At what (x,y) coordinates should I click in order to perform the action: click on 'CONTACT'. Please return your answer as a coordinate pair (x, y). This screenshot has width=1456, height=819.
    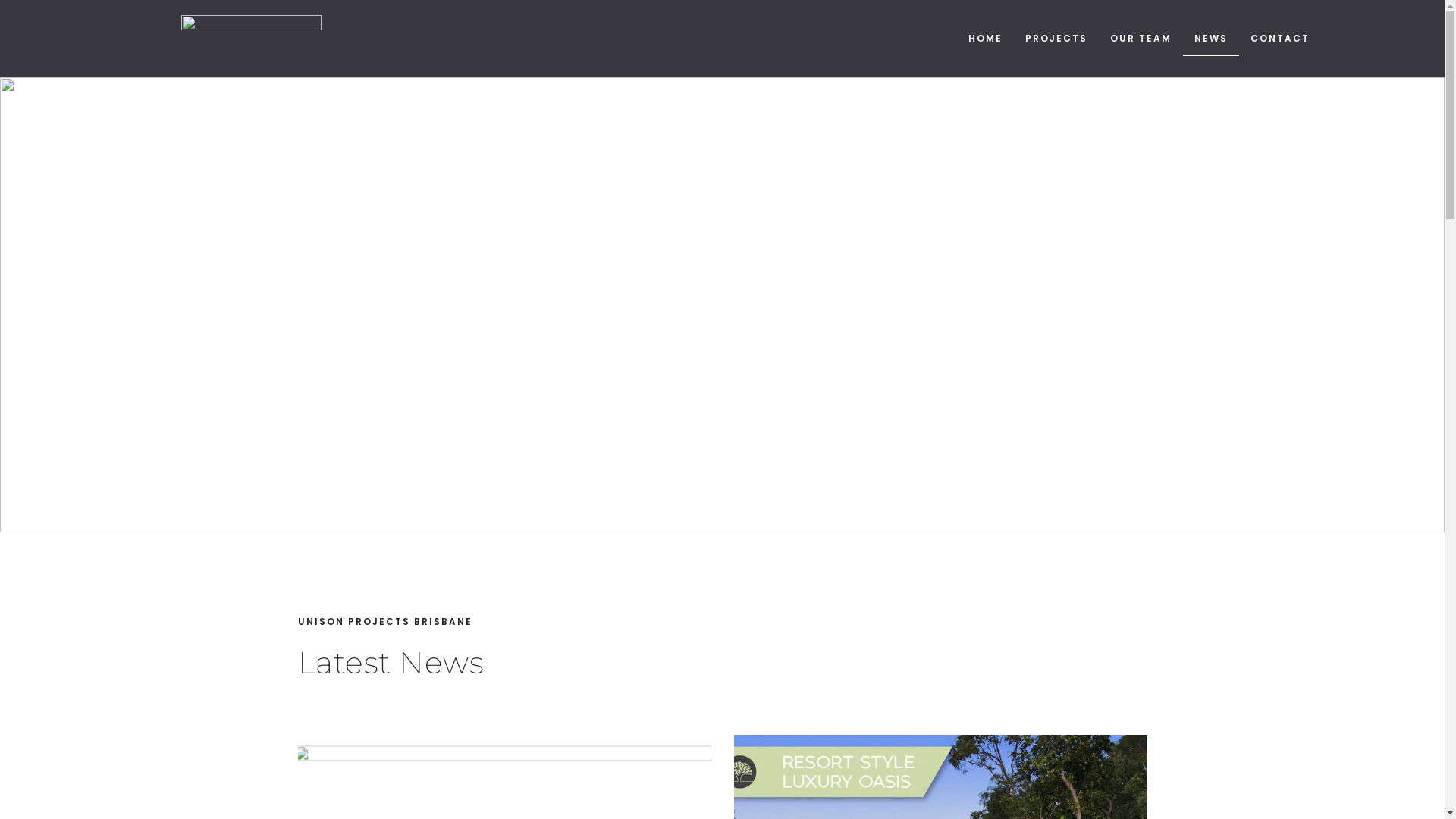
    Looking at the image, I should click on (1279, 37).